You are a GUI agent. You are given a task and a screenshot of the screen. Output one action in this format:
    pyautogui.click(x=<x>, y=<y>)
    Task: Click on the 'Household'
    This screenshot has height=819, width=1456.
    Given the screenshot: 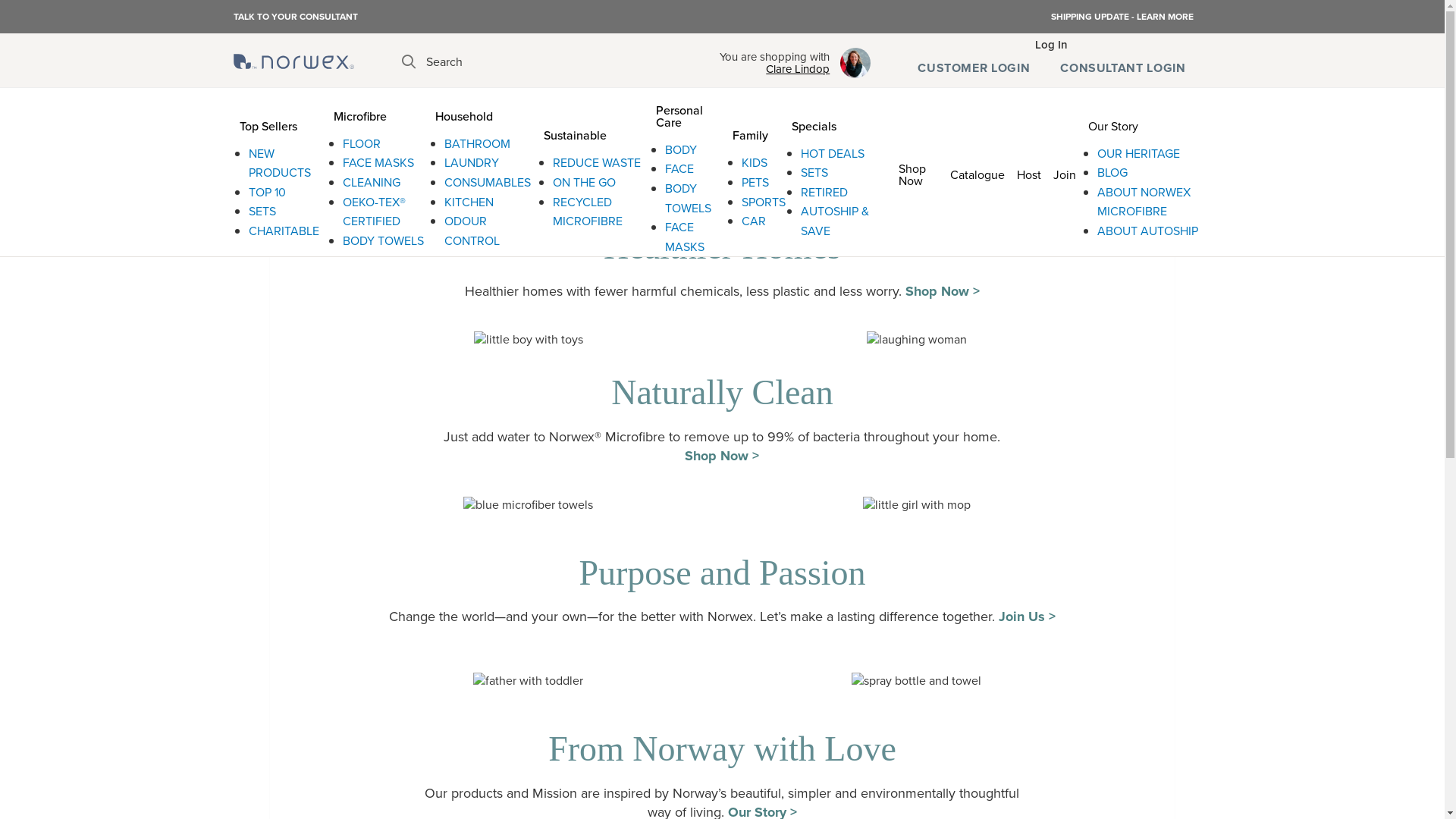 What is the action you would take?
    pyautogui.click(x=482, y=113)
    